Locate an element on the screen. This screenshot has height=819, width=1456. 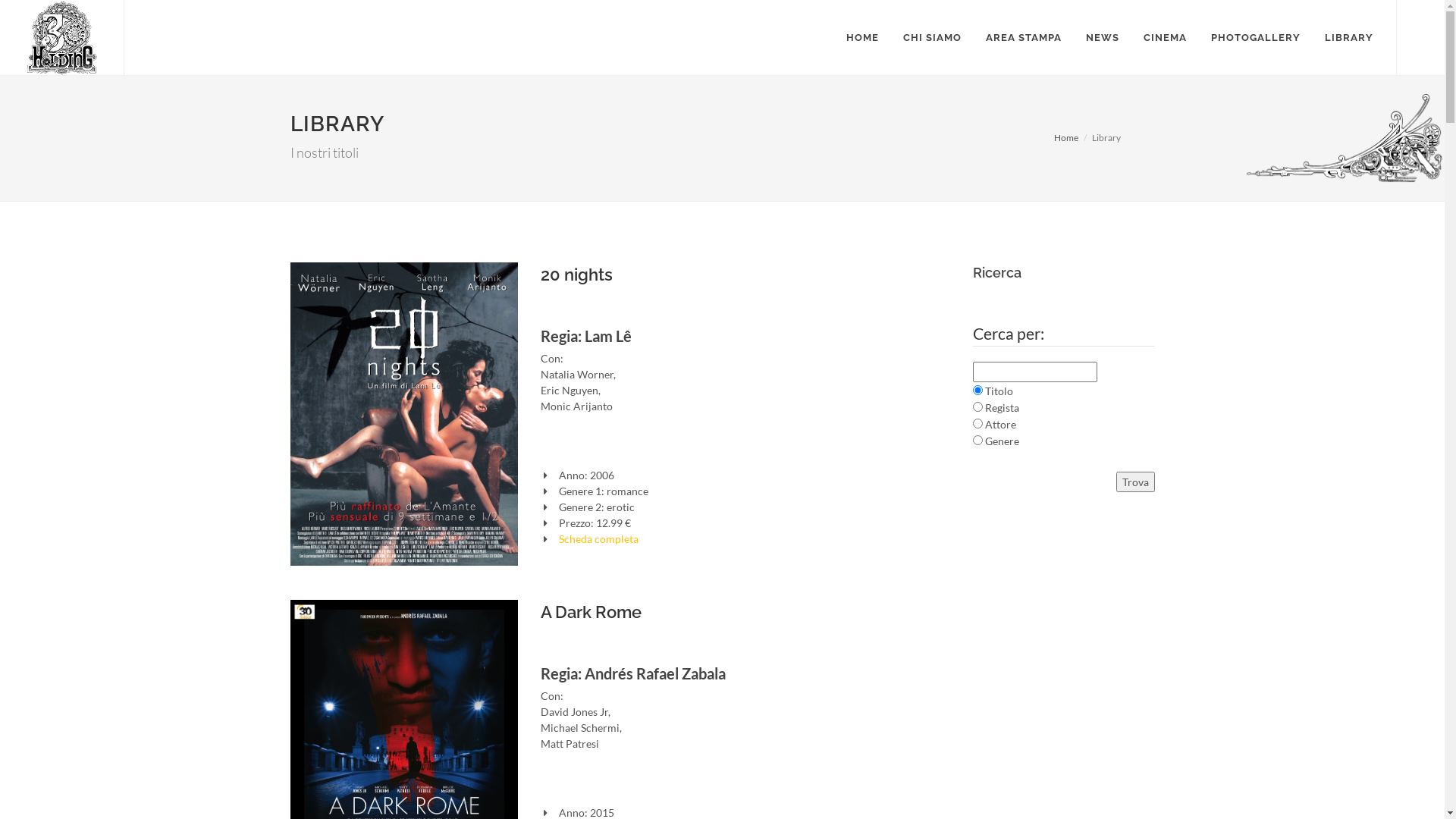
'CINEMA' is located at coordinates (1164, 37).